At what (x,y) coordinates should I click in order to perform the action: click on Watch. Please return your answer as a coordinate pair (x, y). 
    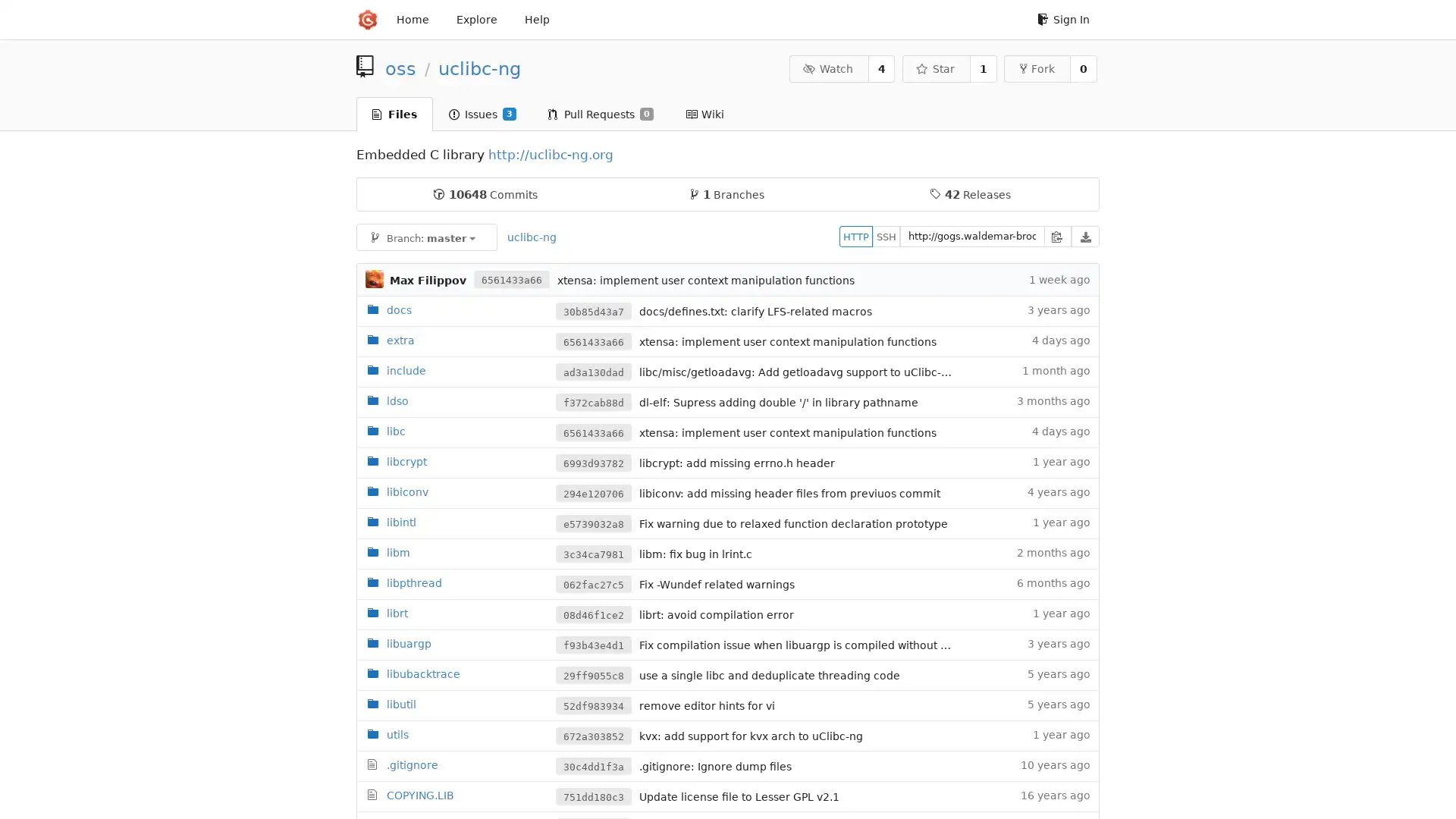
    Looking at the image, I should click on (828, 69).